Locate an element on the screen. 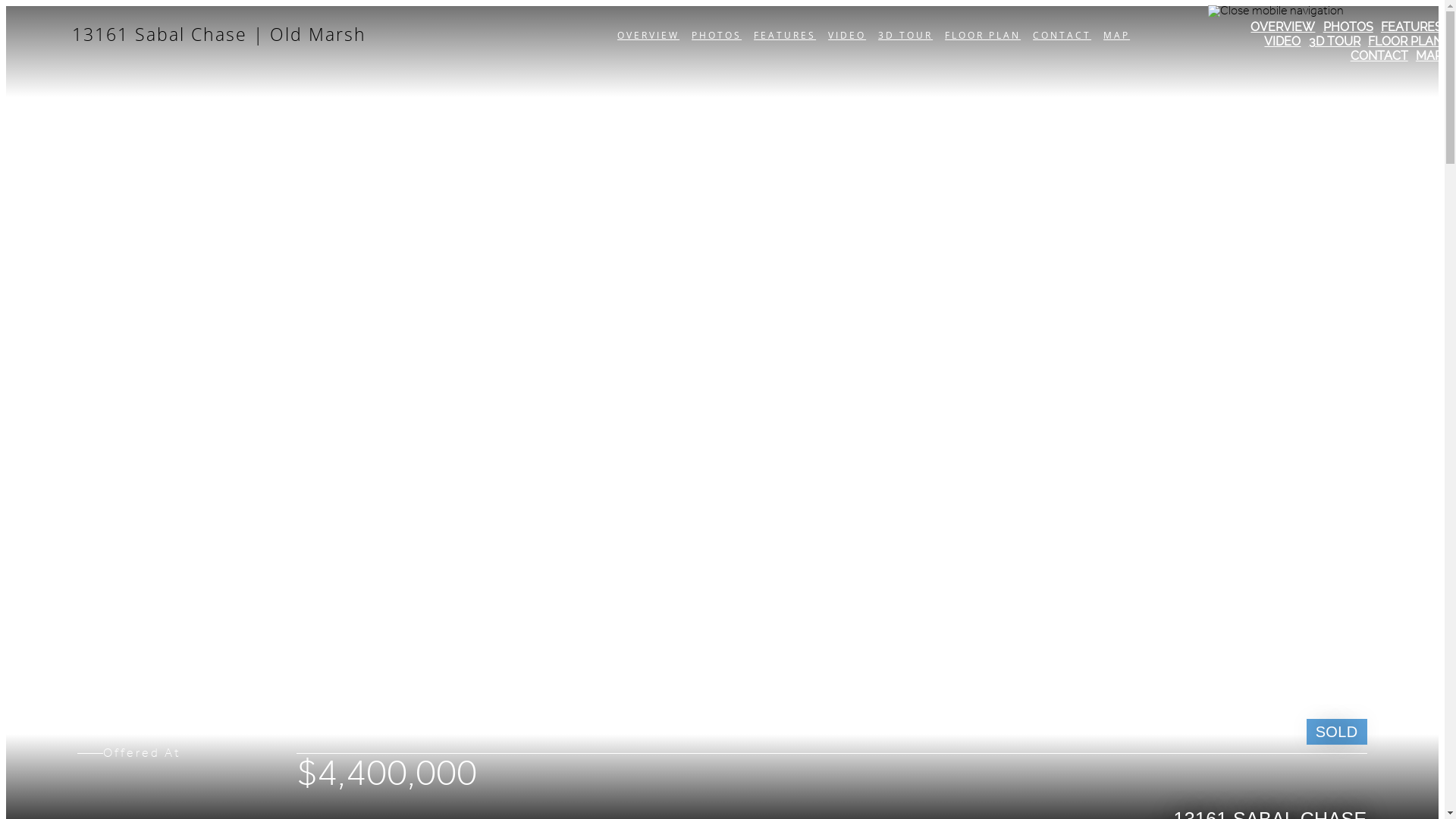 The height and width of the screenshot is (819, 1456). '3D TOUR' is located at coordinates (1335, 40).